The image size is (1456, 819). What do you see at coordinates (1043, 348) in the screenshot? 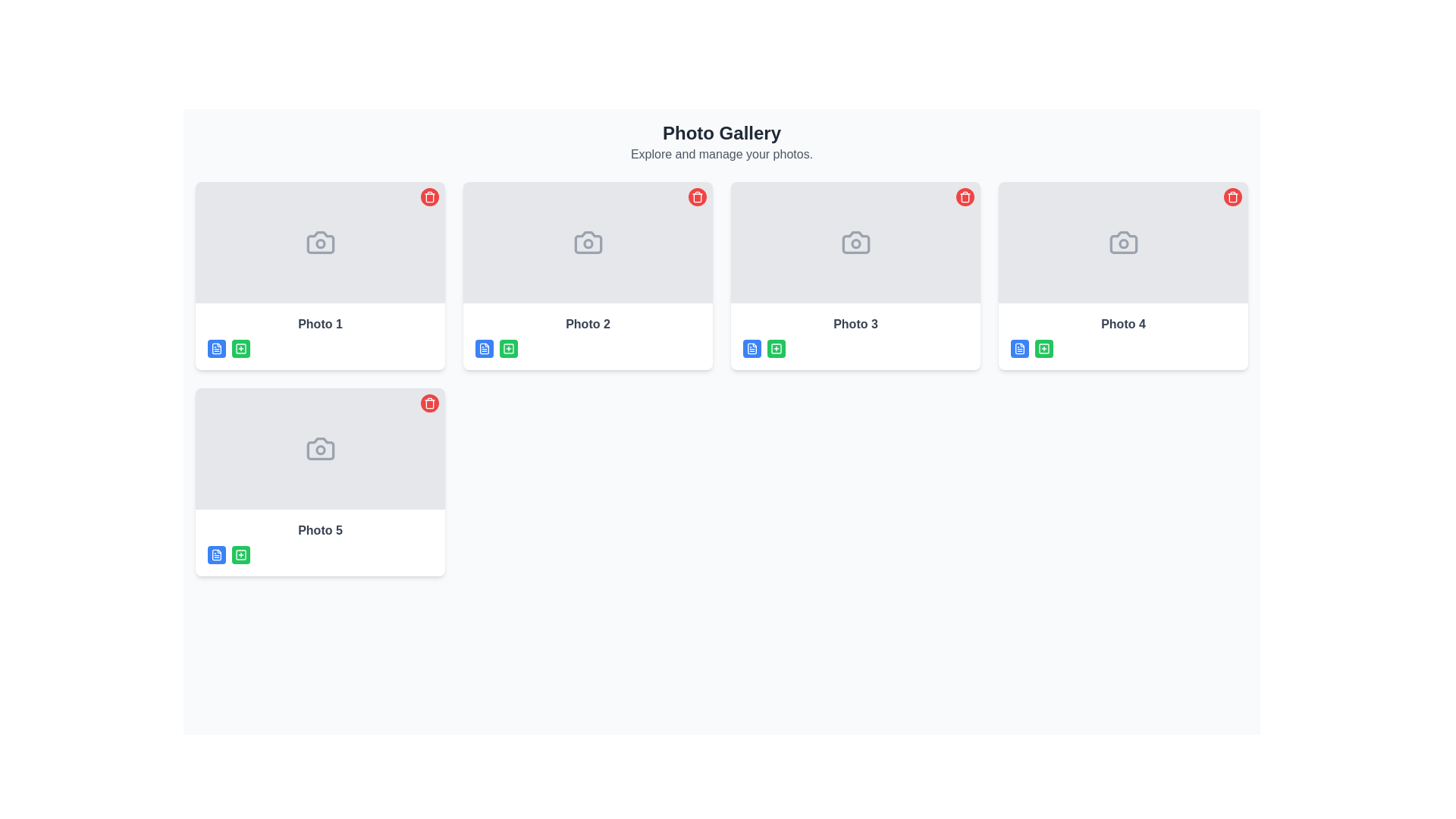
I see `the second button in the horizontal group located under 'Photo 4'` at bounding box center [1043, 348].